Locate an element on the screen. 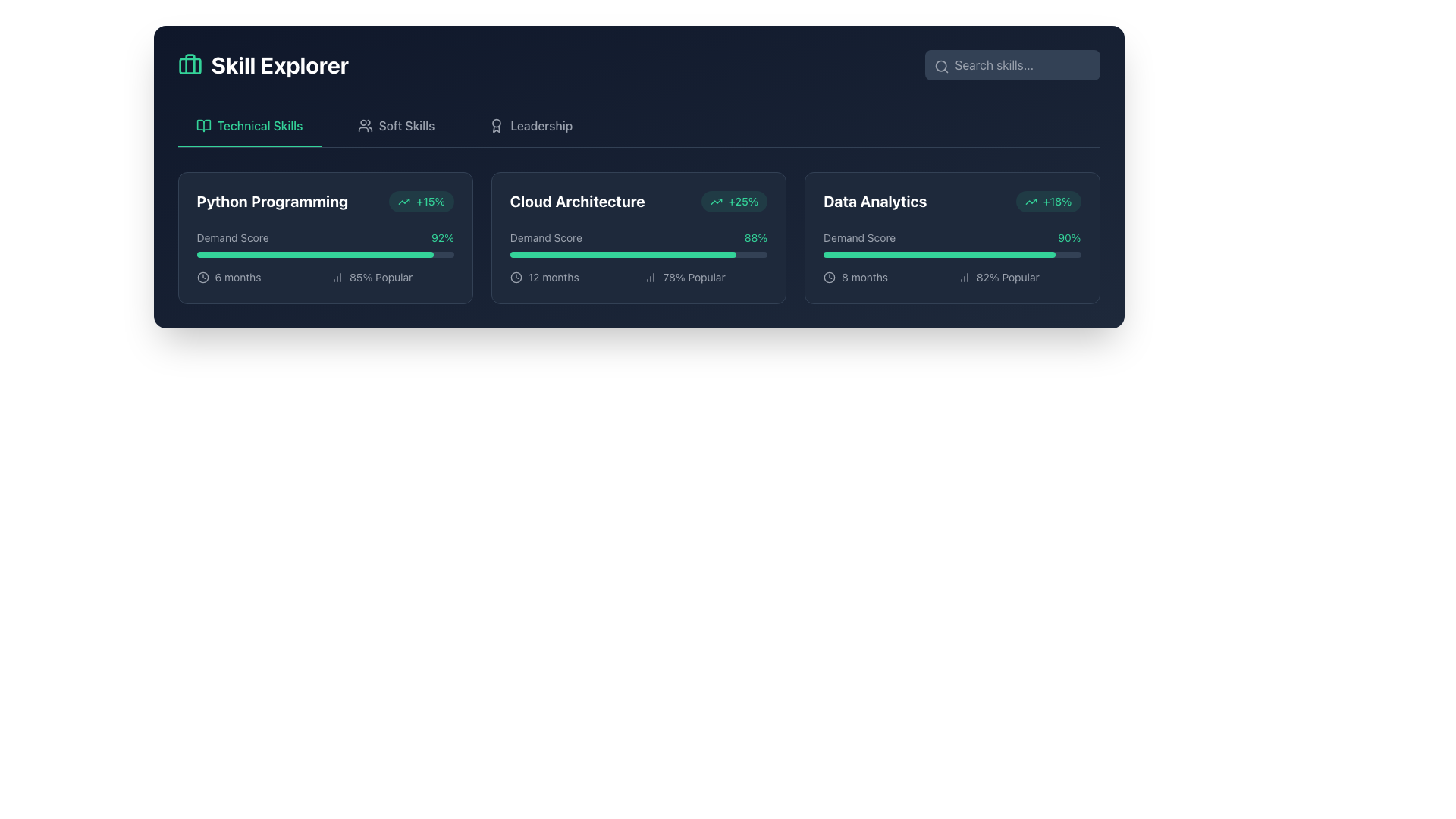 This screenshot has width=1456, height=819. the 'Demand Score' text label located in the first card under the 'Python Programming' section, positioned above the green progress bar and to the left of the '92%' text is located at coordinates (232, 237).